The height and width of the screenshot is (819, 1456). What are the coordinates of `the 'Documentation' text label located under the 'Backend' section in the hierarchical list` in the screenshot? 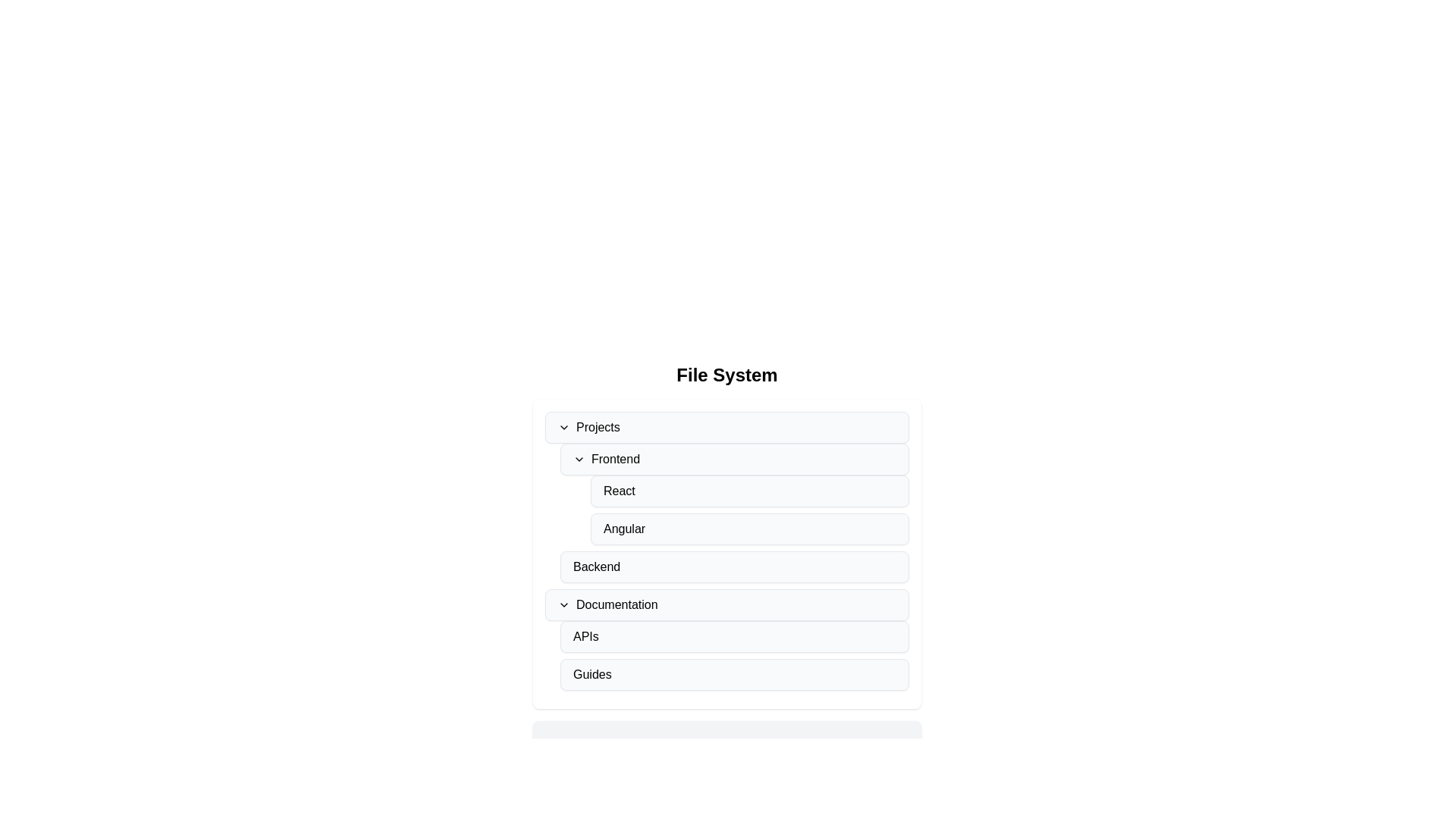 It's located at (617, 604).